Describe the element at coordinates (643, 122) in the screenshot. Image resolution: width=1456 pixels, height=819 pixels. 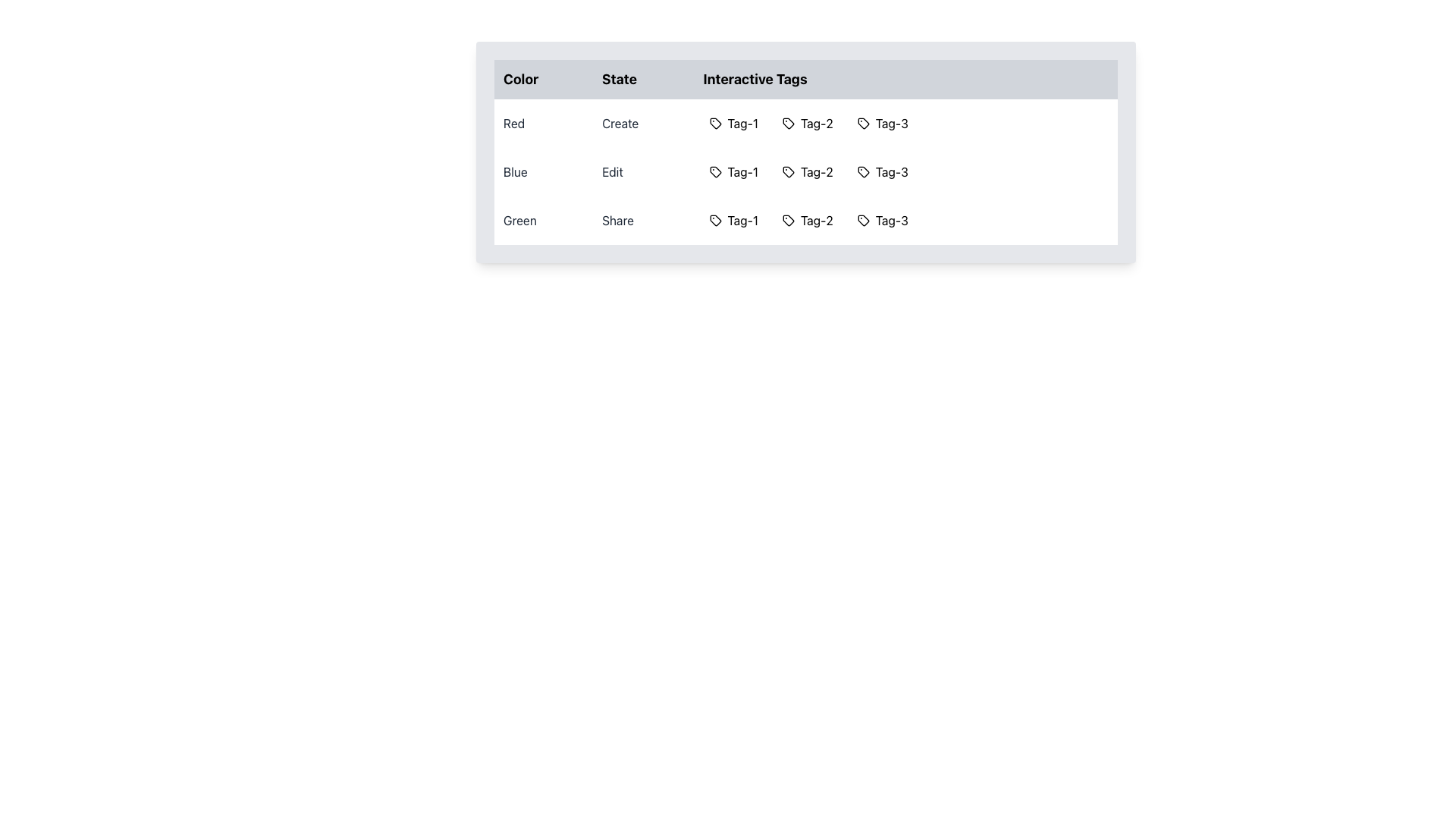
I see `the static text label 'Create' styled in gray under the 'State' column, next to 'Red' in the 'Color' column` at that location.